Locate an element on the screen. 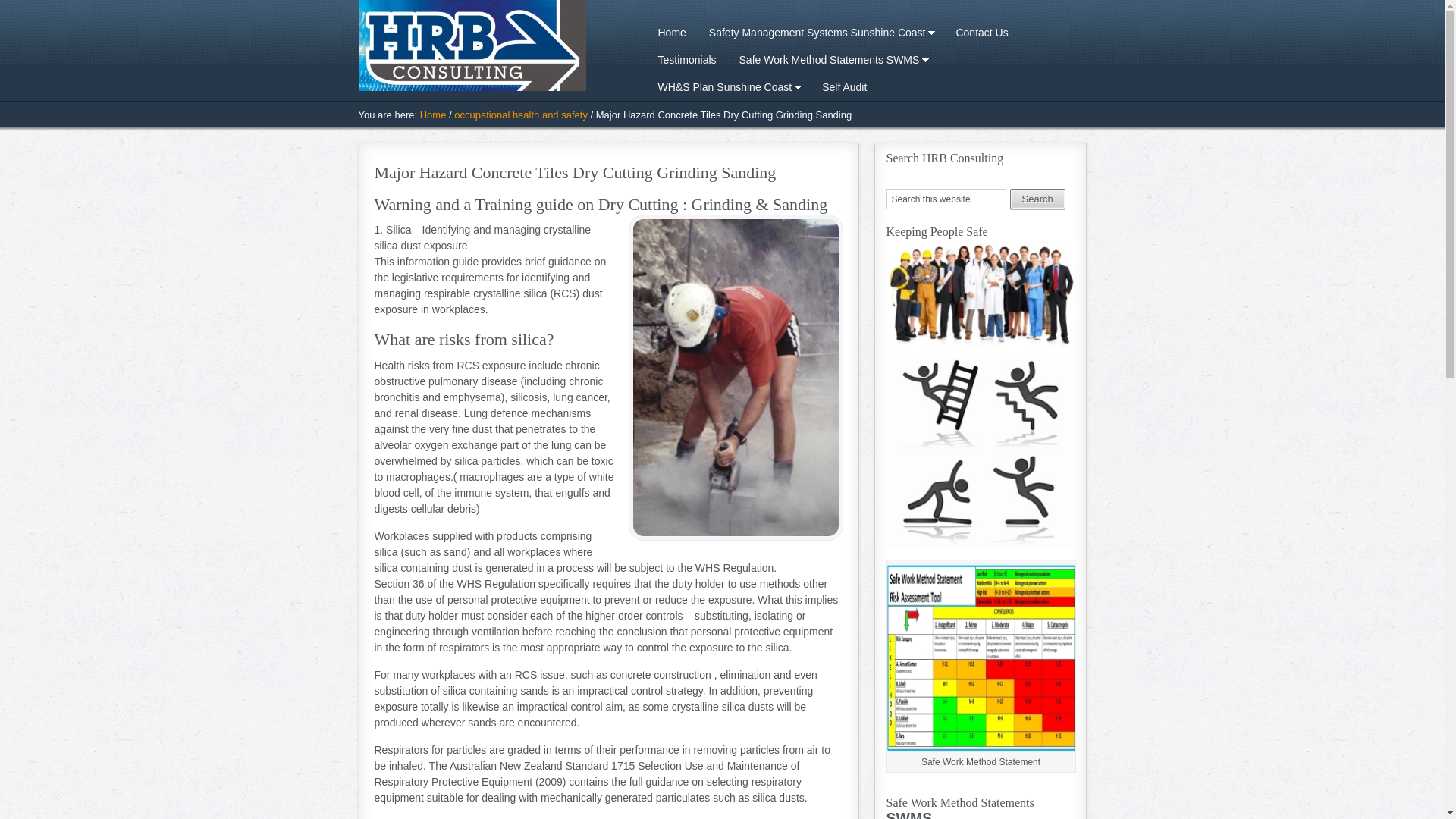 The width and height of the screenshot is (1456, 819). 'Search' is located at coordinates (1037, 198).